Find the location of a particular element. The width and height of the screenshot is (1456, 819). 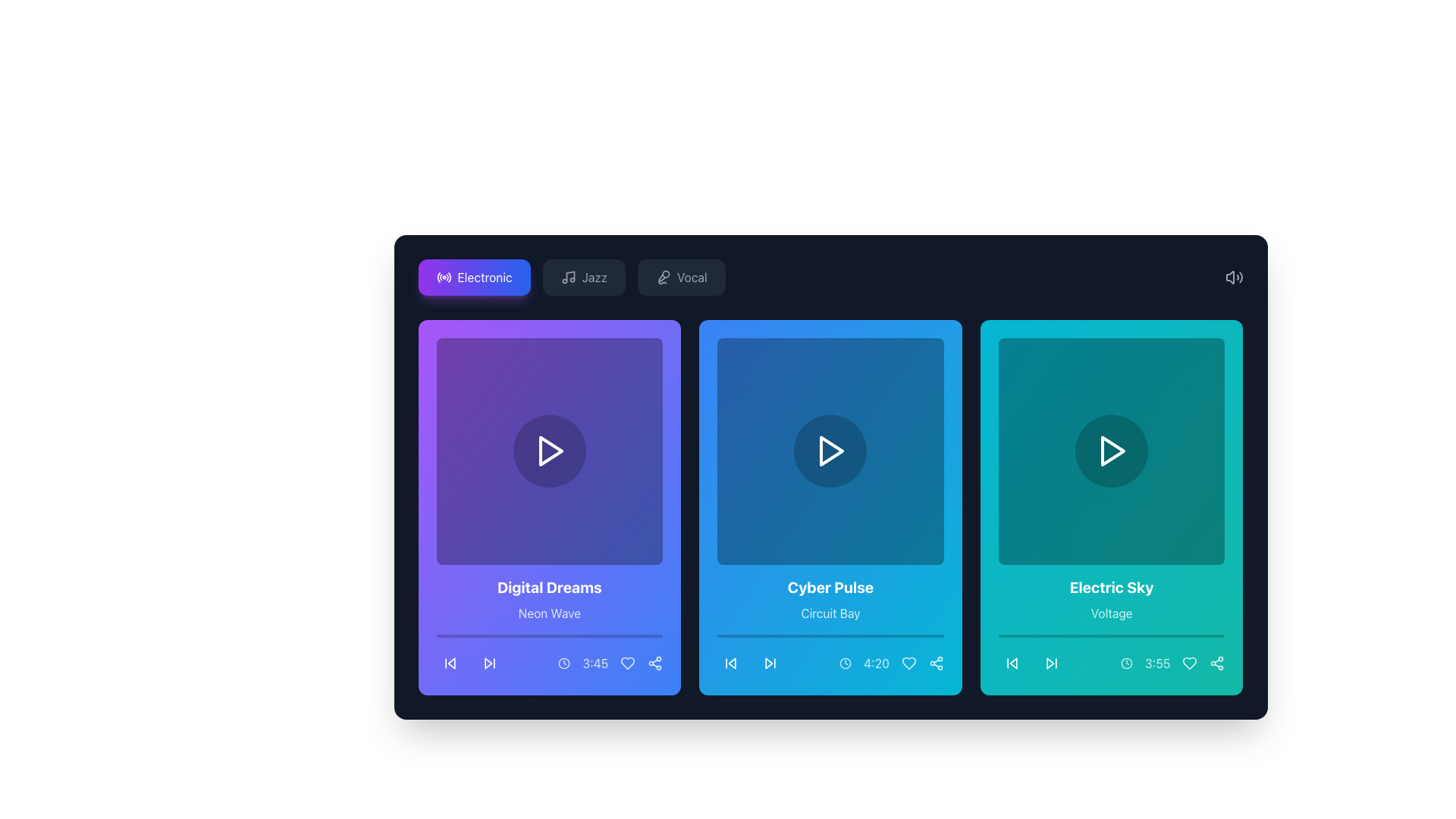

the skip-backward button, which is a right-facing arrowhead is located at coordinates (450, 662).